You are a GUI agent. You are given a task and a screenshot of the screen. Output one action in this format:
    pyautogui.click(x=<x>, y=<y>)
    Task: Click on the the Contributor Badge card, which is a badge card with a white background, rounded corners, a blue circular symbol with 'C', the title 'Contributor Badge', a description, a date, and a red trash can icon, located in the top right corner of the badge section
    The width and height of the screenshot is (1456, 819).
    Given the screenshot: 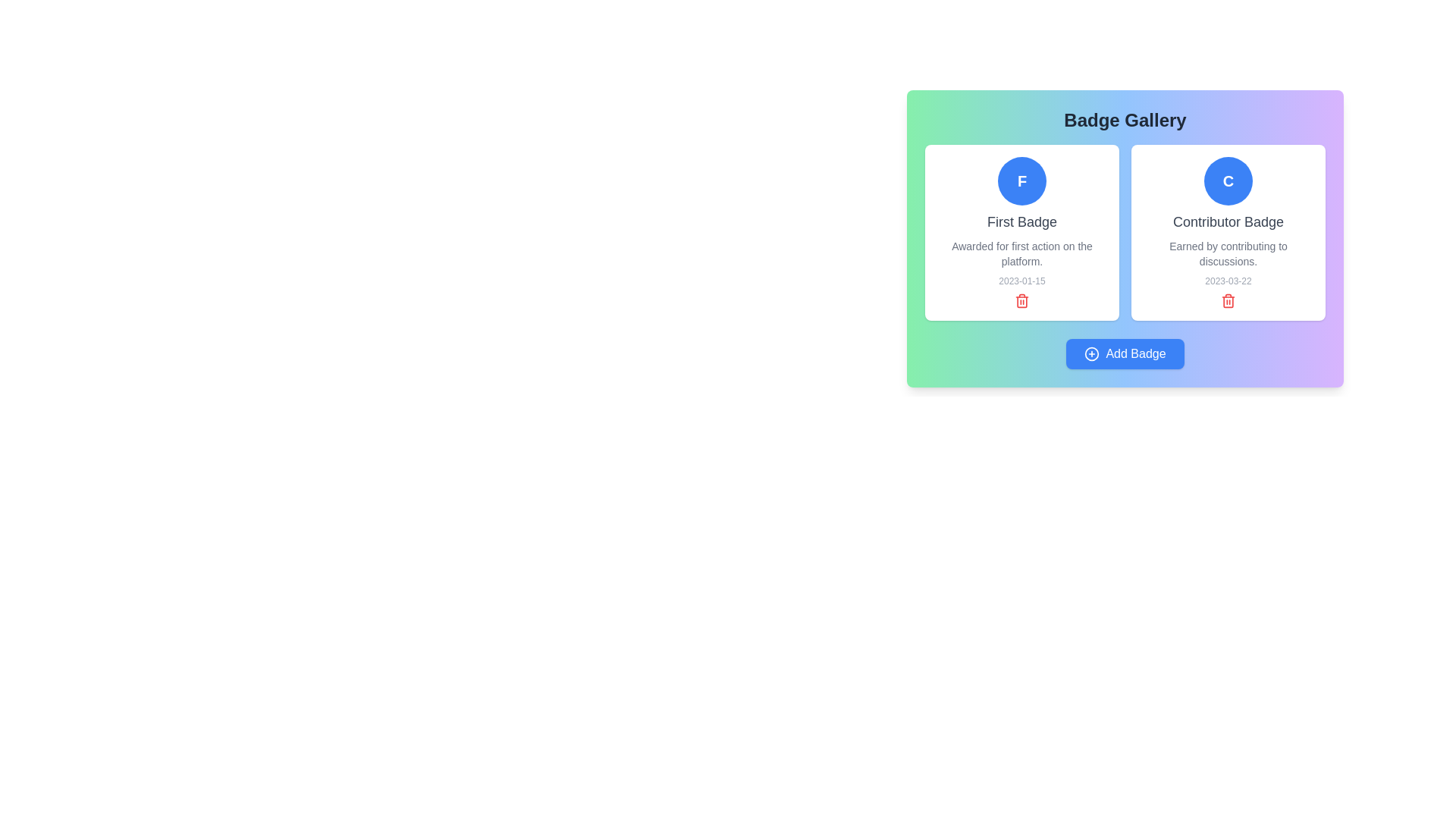 What is the action you would take?
    pyautogui.click(x=1228, y=233)
    